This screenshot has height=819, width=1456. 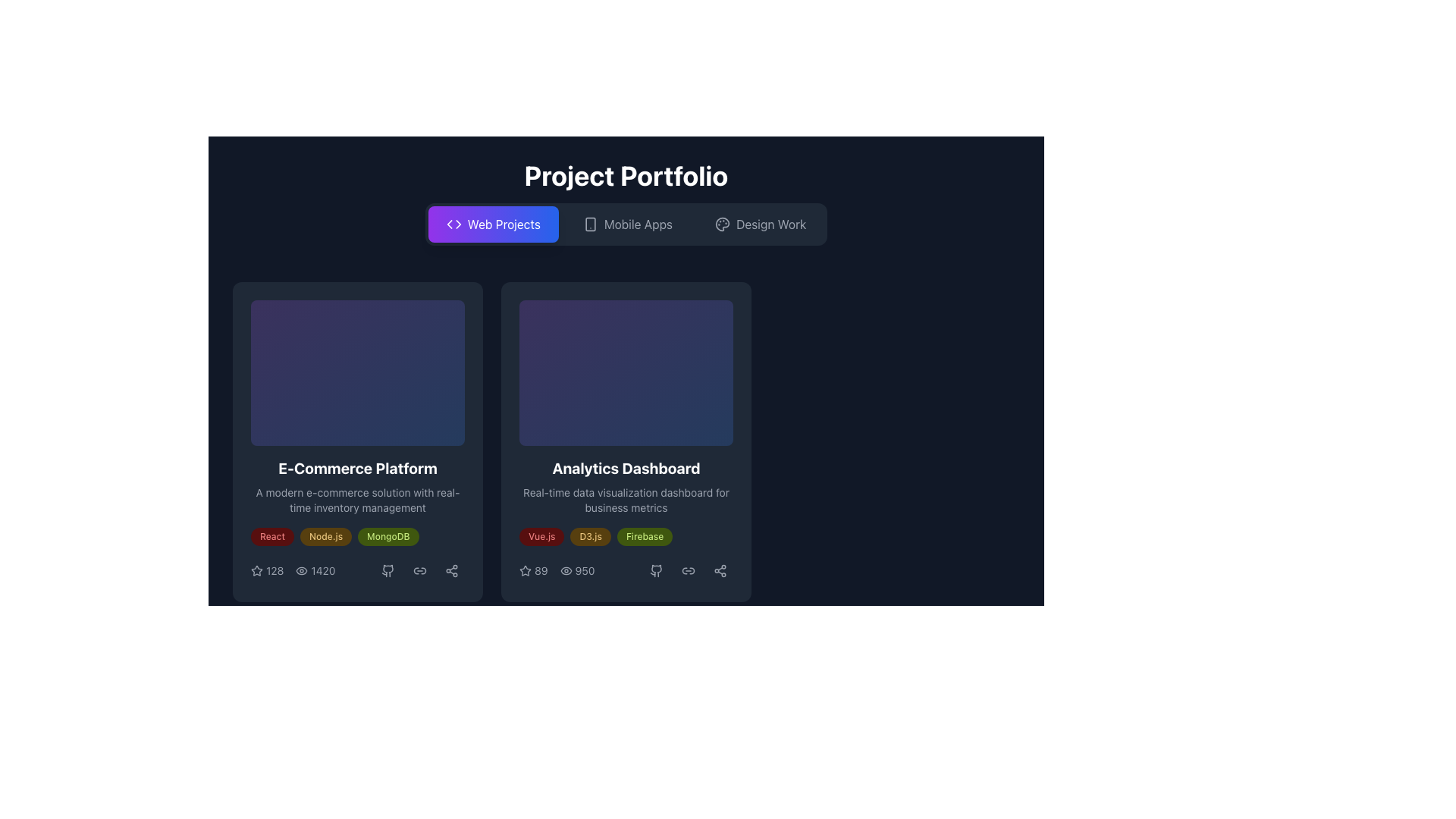 What do you see at coordinates (584, 570) in the screenshot?
I see `displayed number '950' from the text component located in the 'Analytics Dashboard' card, positioned to the right of the eye icon` at bounding box center [584, 570].